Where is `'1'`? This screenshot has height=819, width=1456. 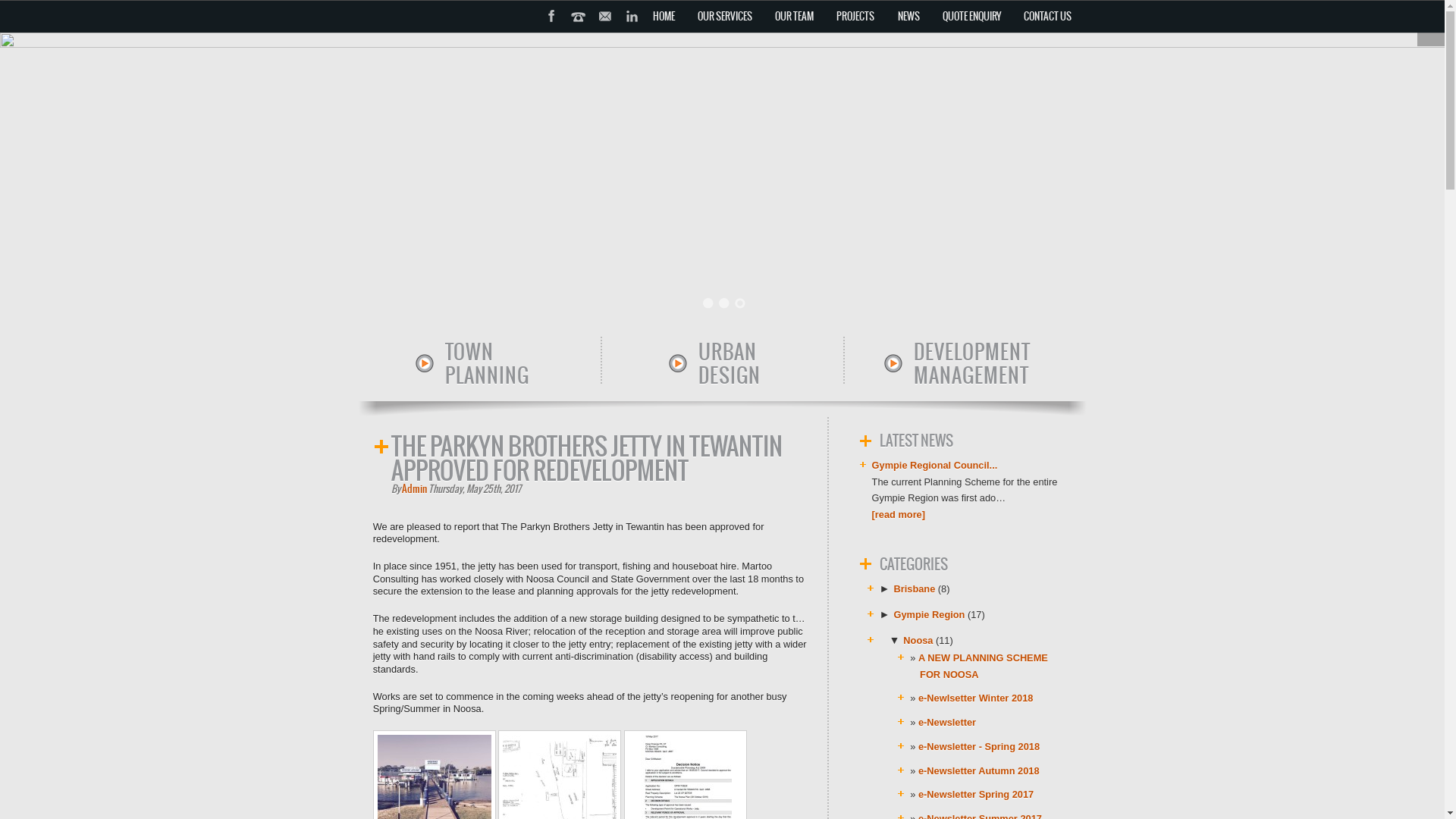 '1' is located at coordinates (708, 303).